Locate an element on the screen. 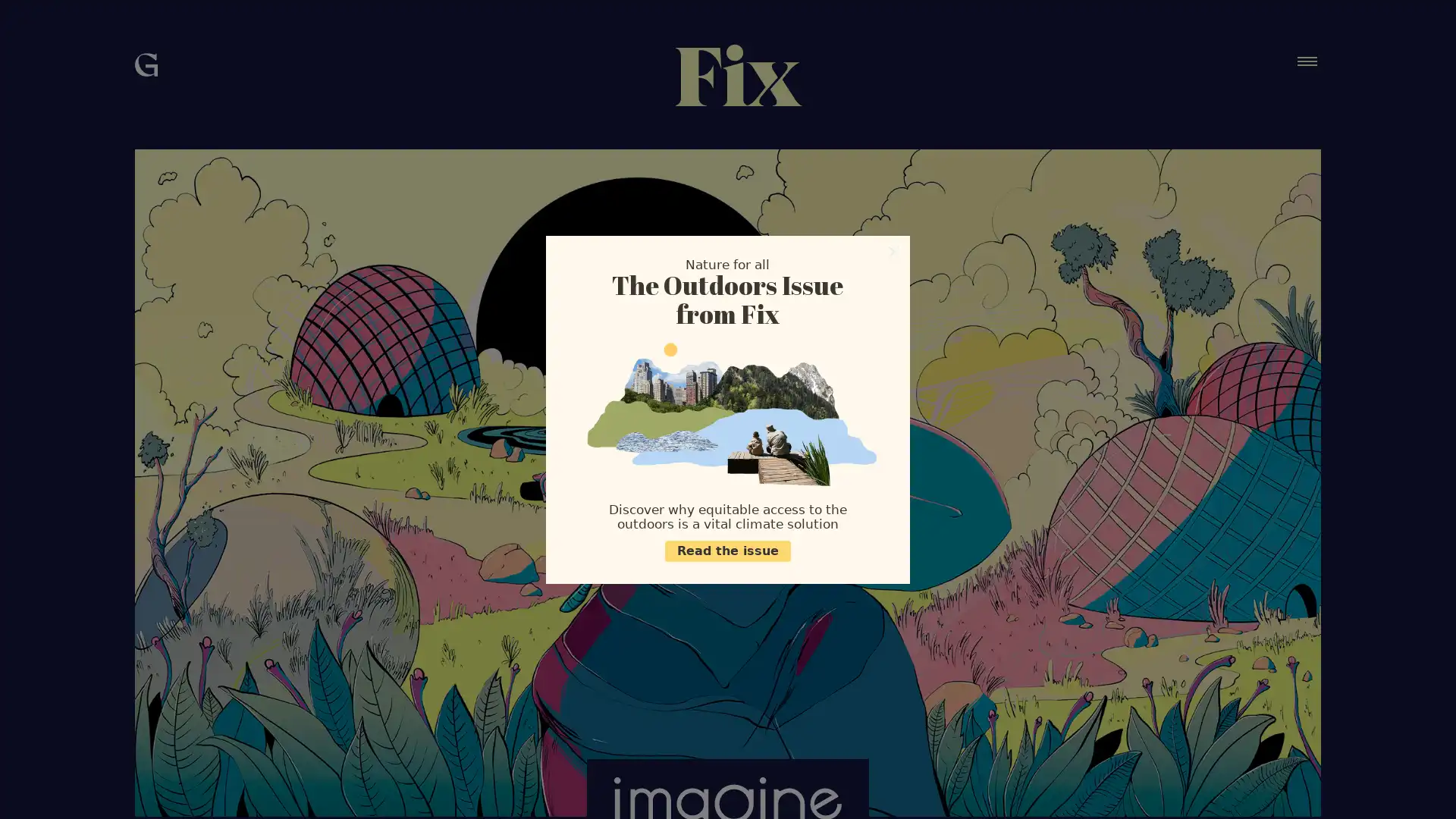 This screenshot has height=819, width=1456. Close is located at coordinates (894, 250).